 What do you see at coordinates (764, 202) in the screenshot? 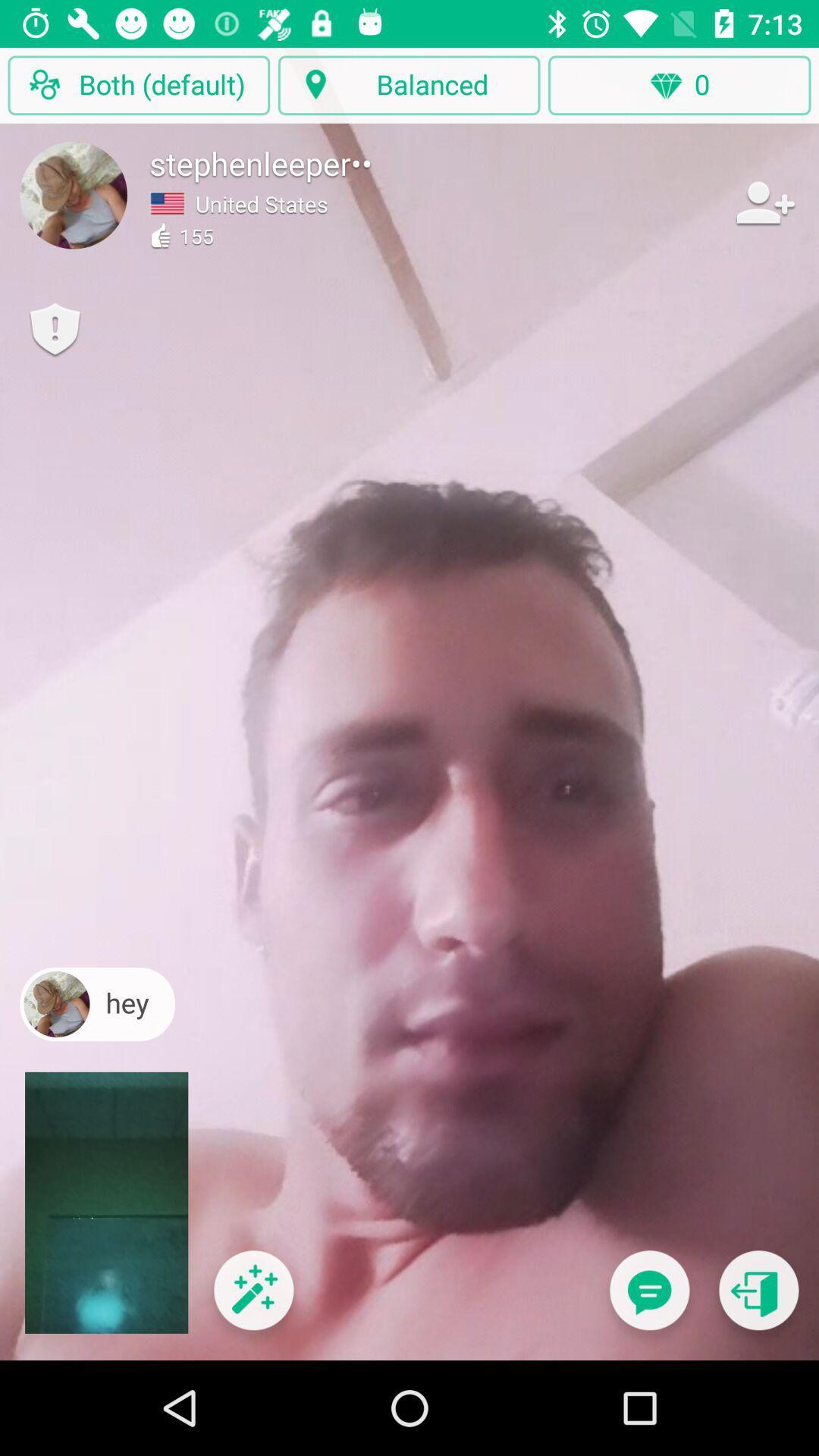
I see `to friendlist` at bounding box center [764, 202].